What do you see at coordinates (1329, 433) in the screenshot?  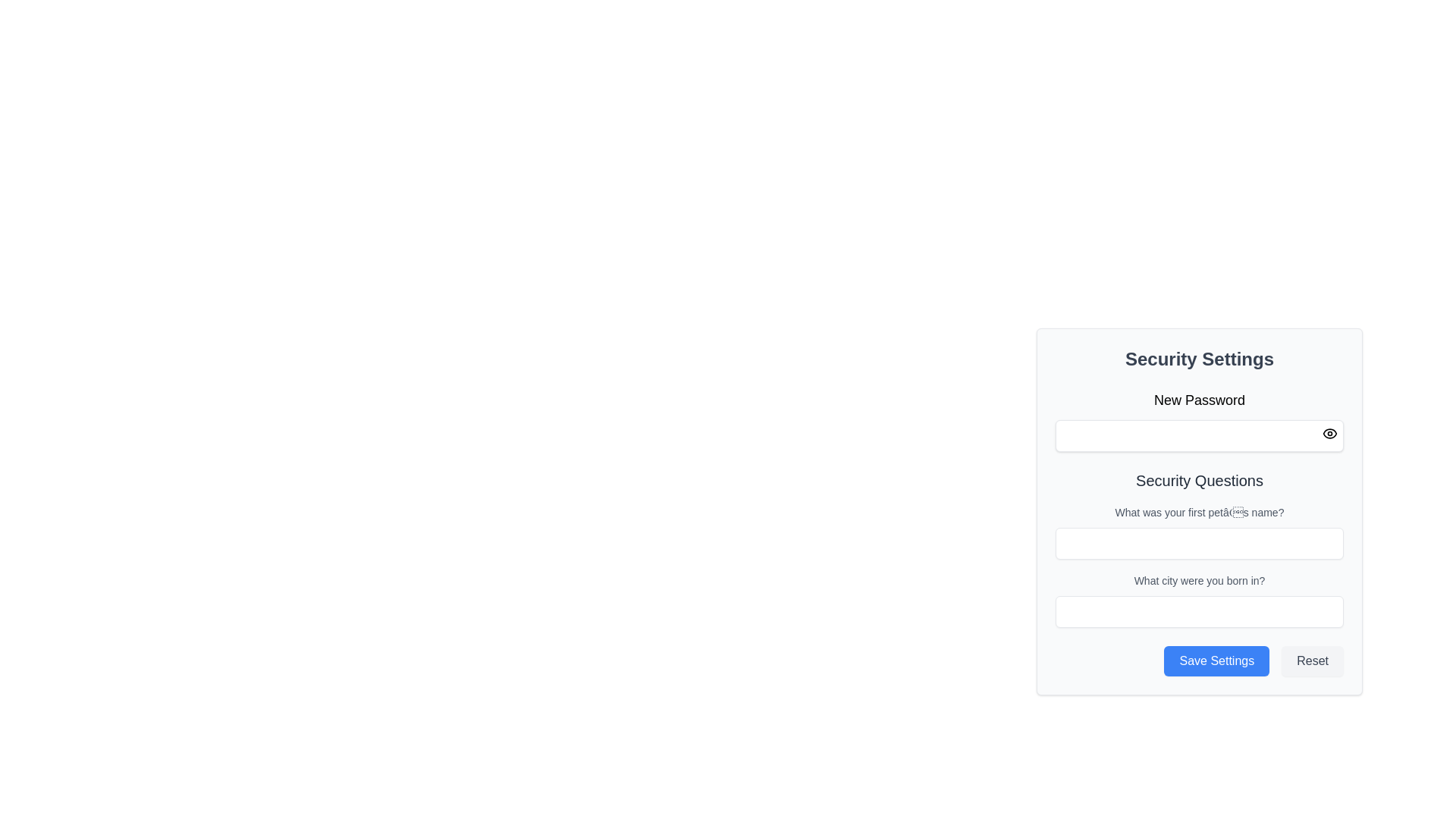 I see `the button in the upper-right corner of the 'New Password' input field` at bounding box center [1329, 433].